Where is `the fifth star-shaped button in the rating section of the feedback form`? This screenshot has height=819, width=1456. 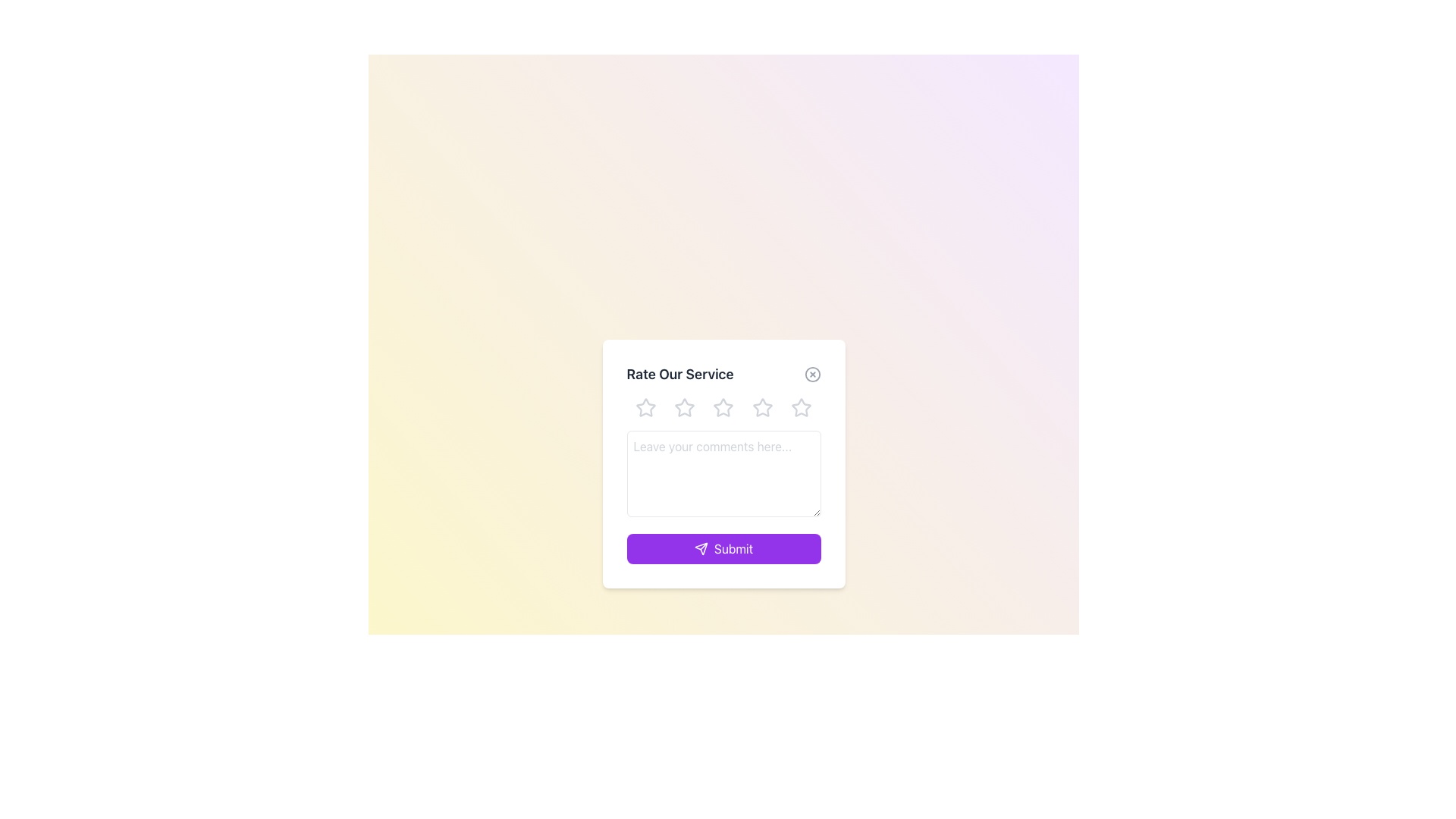 the fifth star-shaped button in the rating section of the feedback form is located at coordinates (800, 406).